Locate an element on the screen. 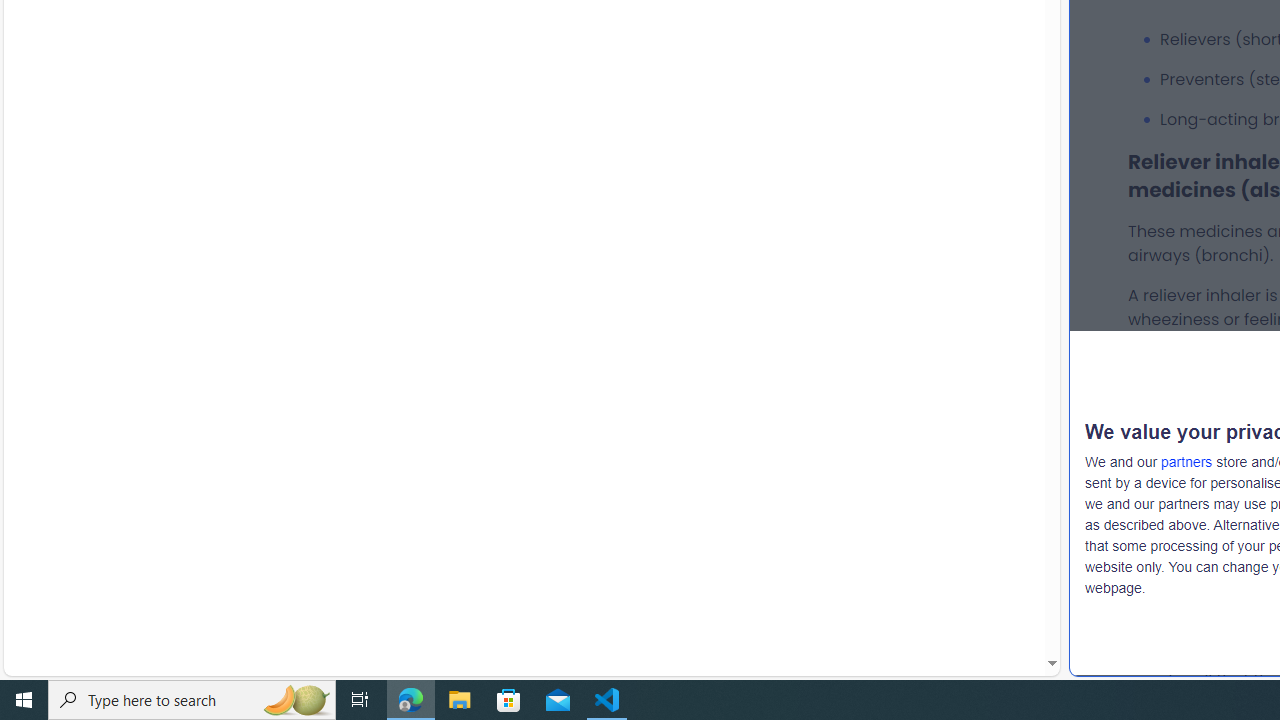 This screenshot has height=720, width=1280. 'partners' is located at coordinates (1187, 461).